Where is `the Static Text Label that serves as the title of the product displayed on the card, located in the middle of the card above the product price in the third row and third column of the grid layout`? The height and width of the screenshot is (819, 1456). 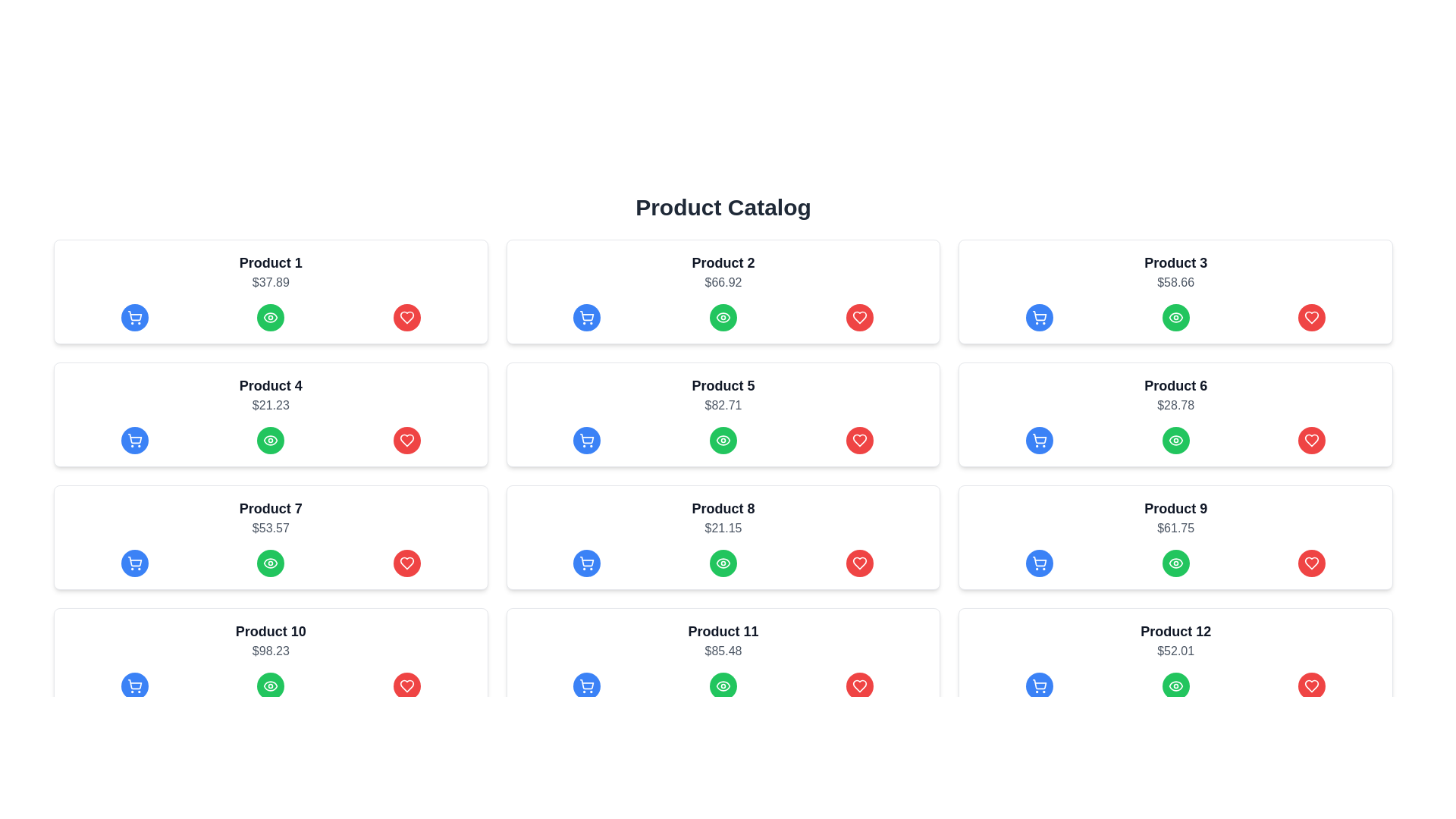
the Static Text Label that serves as the title of the product displayed on the card, located in the middle of the card above the product price in the third row and third column of the grid layout is located at coordinates (1175, 509).